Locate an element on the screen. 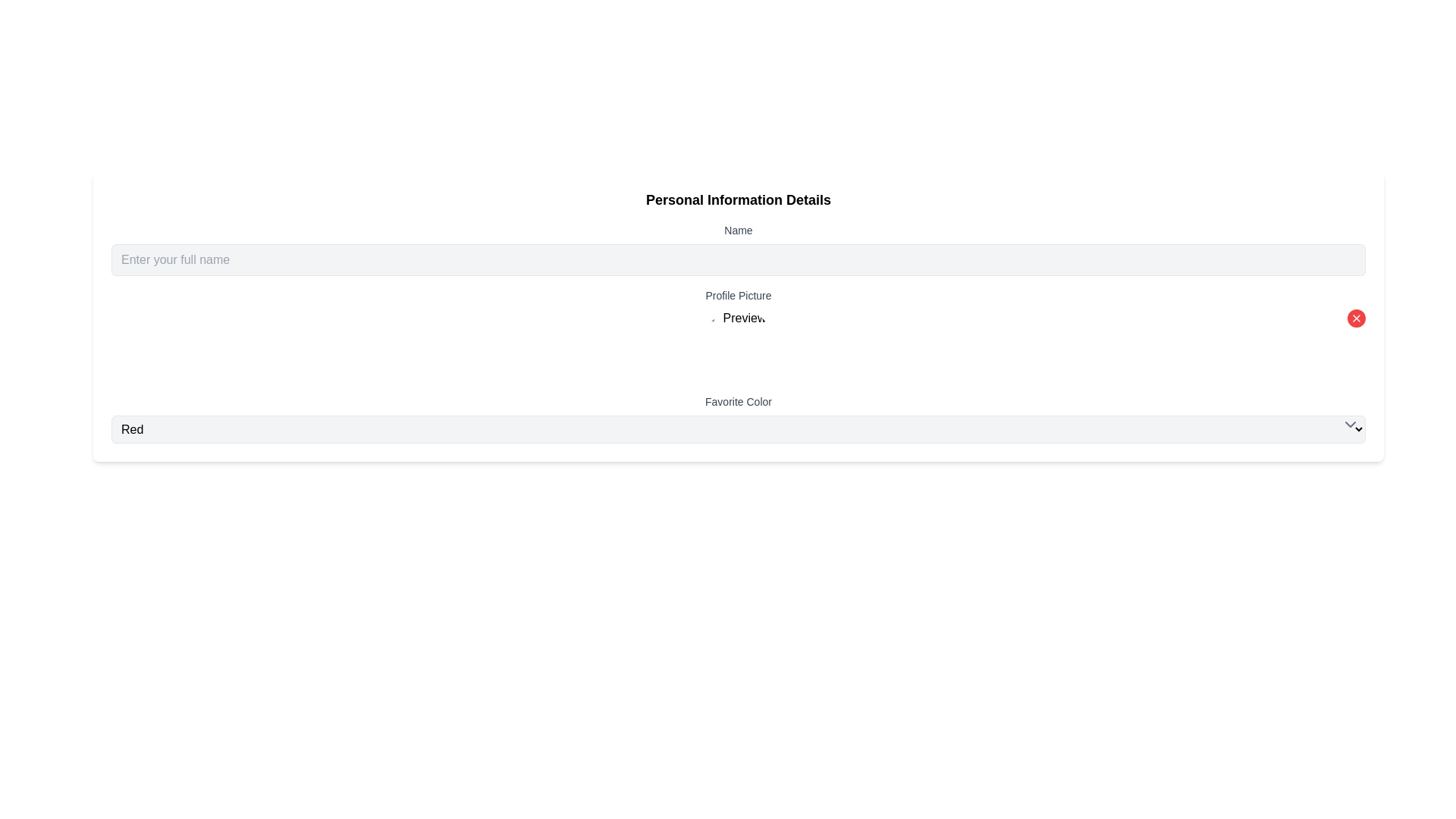 This screenshot has height=819, width=1456. the chevron down SVG icon located at the far-right end of the 'Favorite Color' dropdown to trigger any potential hover effects is located at coordinates (1350, 424).